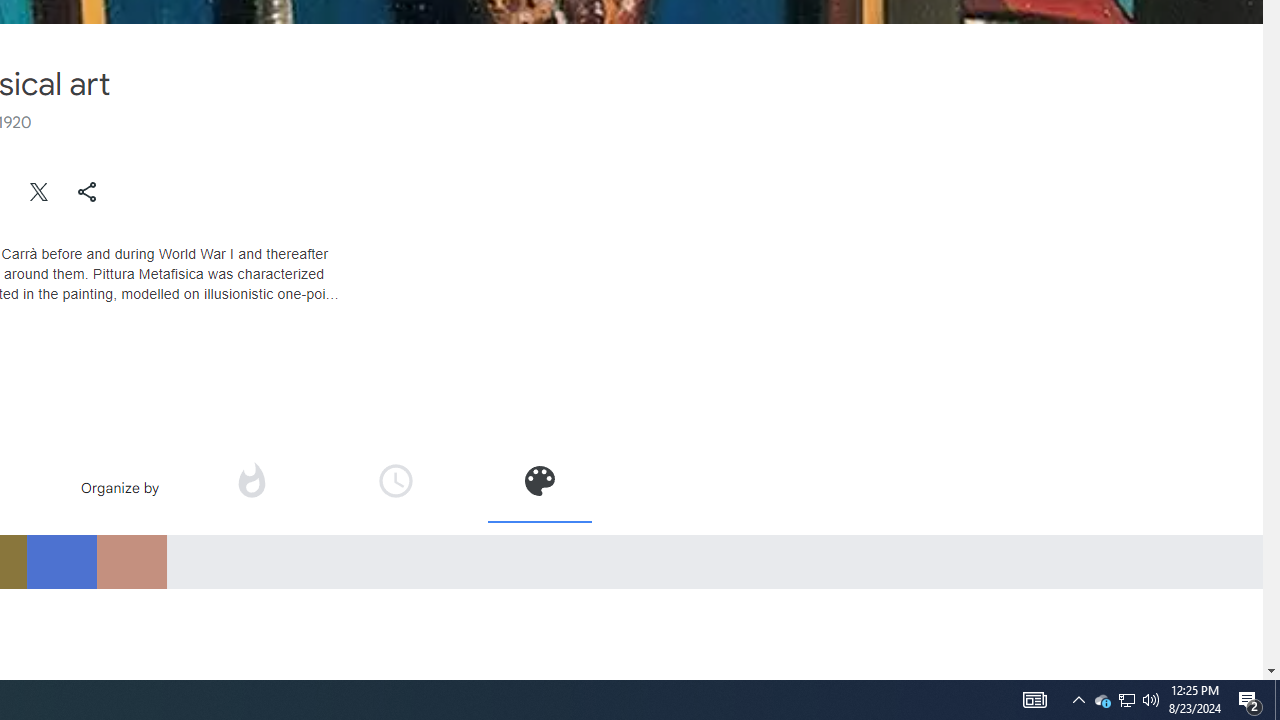 The height and width of the screenshot is (720, 1280). I want to click on 'Share on Twitter', so click(39, 191).